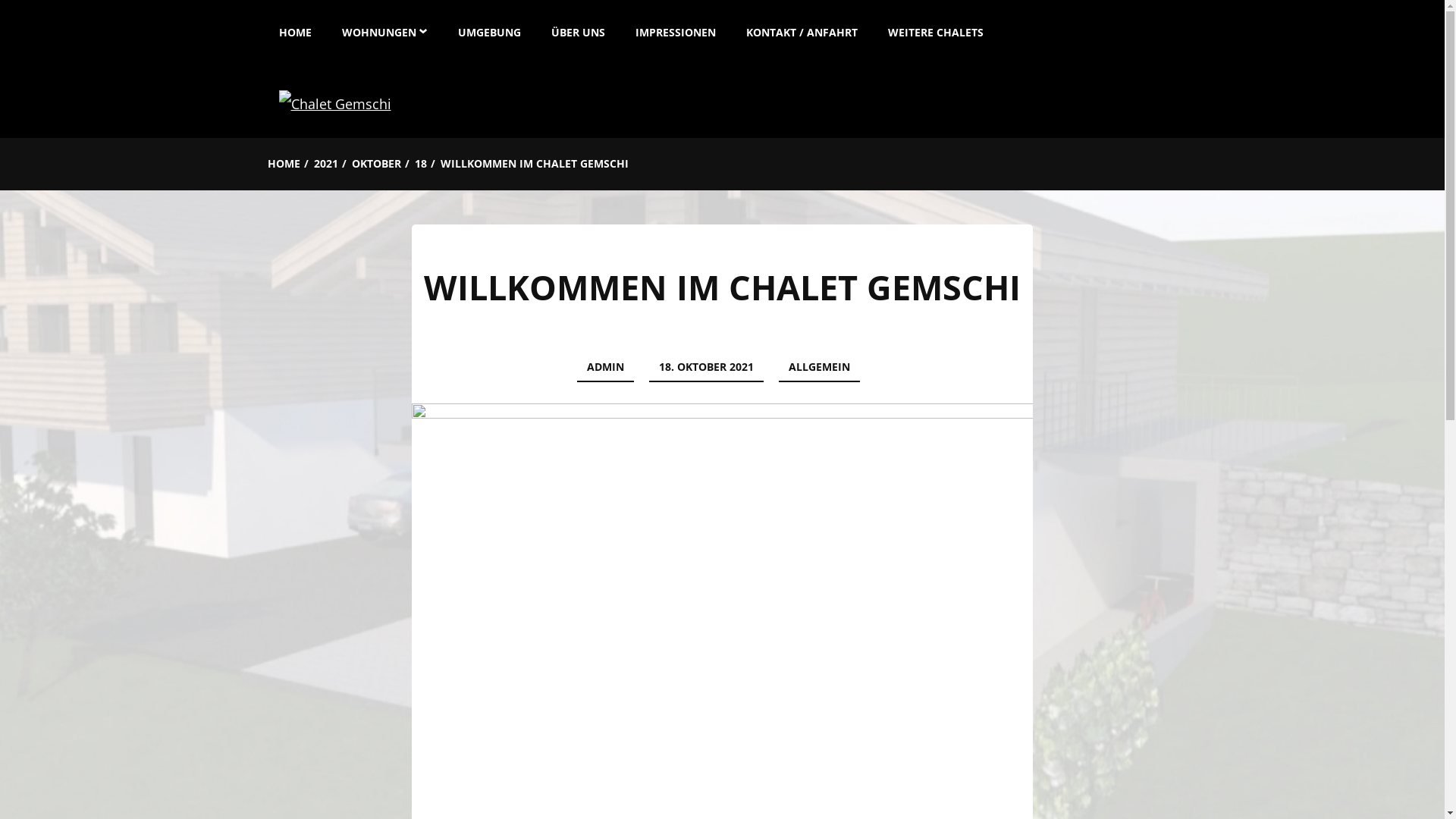 This screenshot has width=1456, height=819. What do you see at coordinates (648, 368) in the screenshot?
I see `'18. OKTOBER 2021'` at bounding box center [648, 368].